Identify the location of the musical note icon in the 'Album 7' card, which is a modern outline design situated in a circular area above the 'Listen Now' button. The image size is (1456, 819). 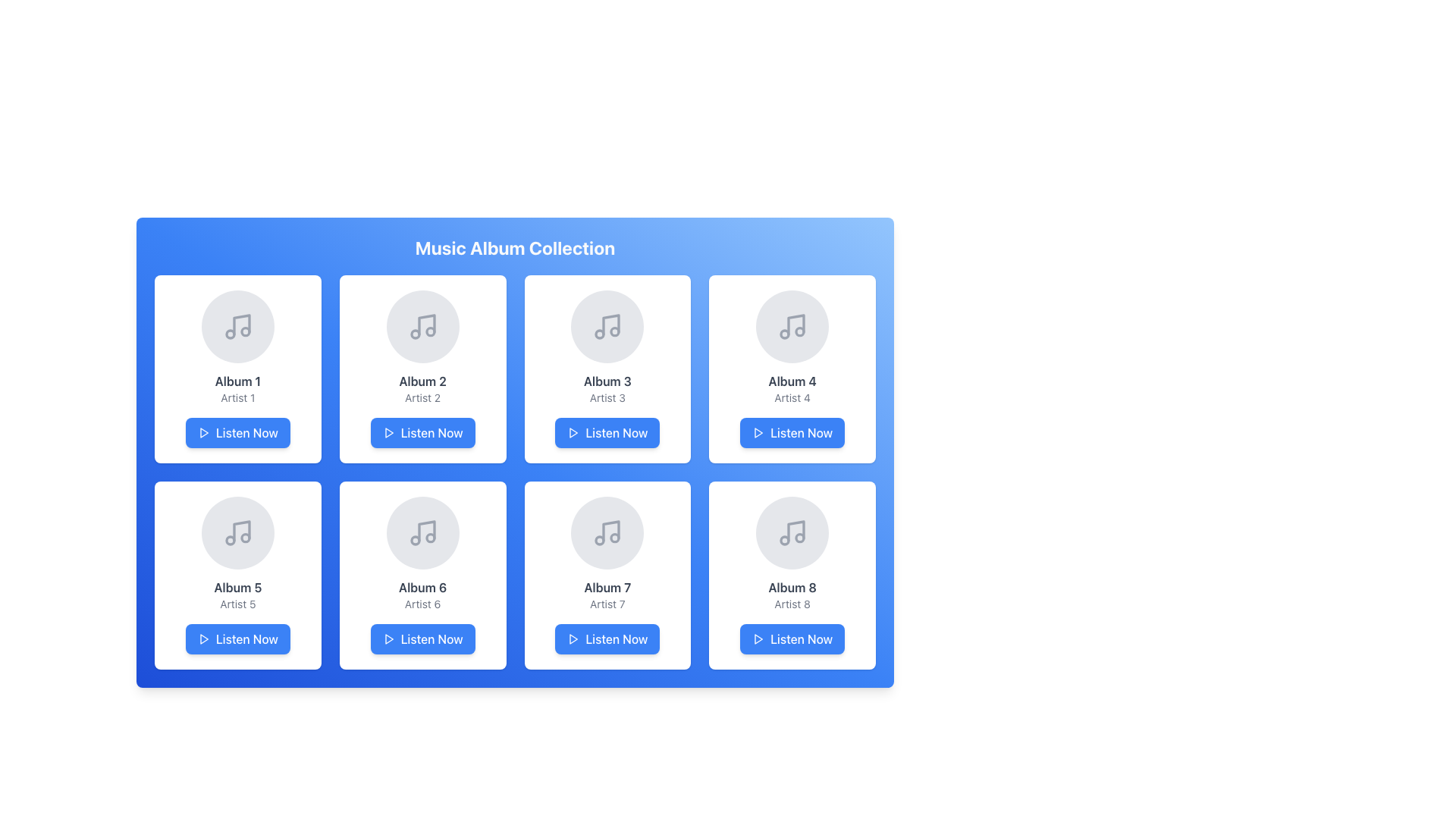
(611, 530).